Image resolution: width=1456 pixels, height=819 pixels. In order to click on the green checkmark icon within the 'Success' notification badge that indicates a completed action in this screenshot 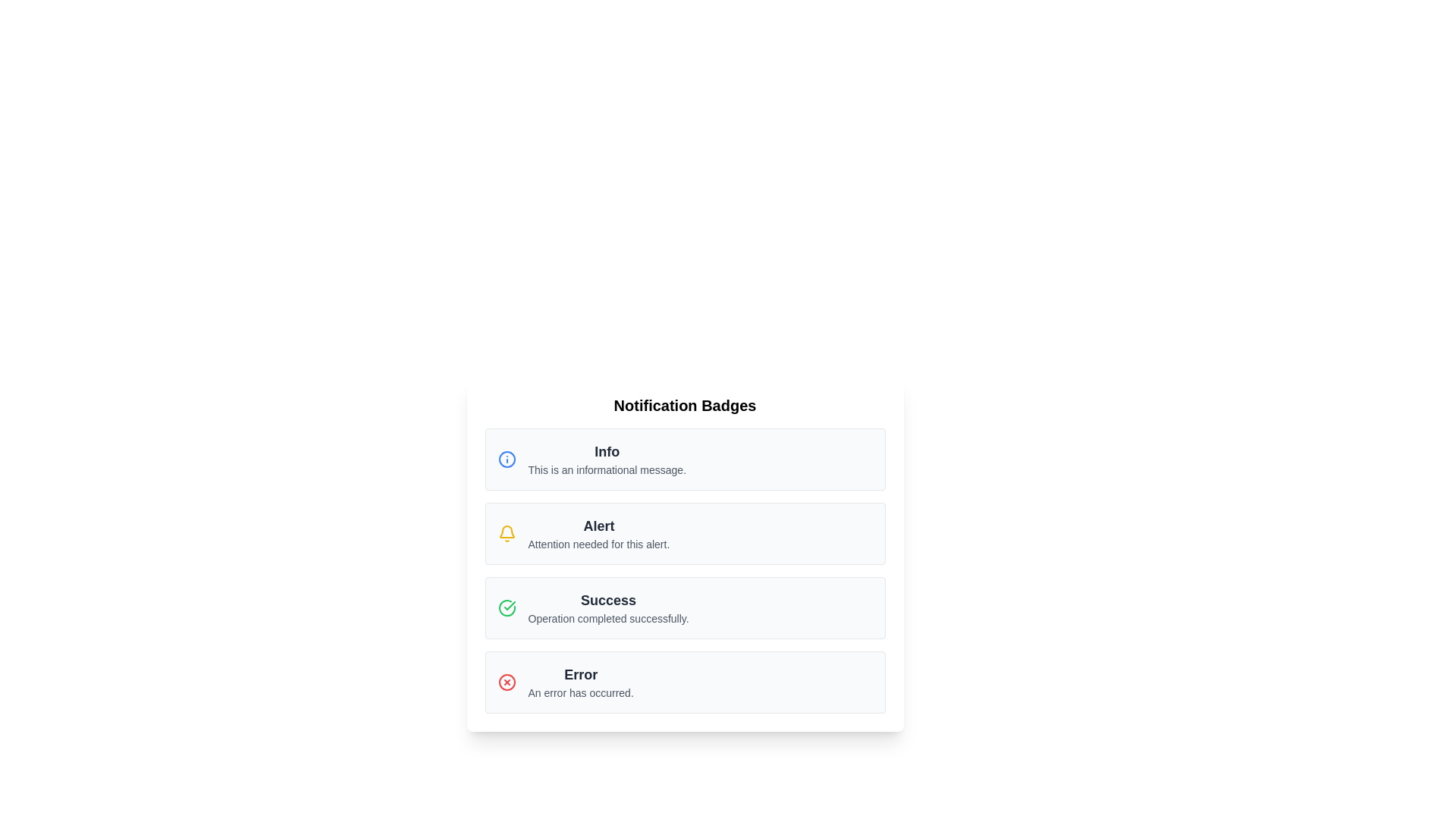, I will do `click(510, 604)`.